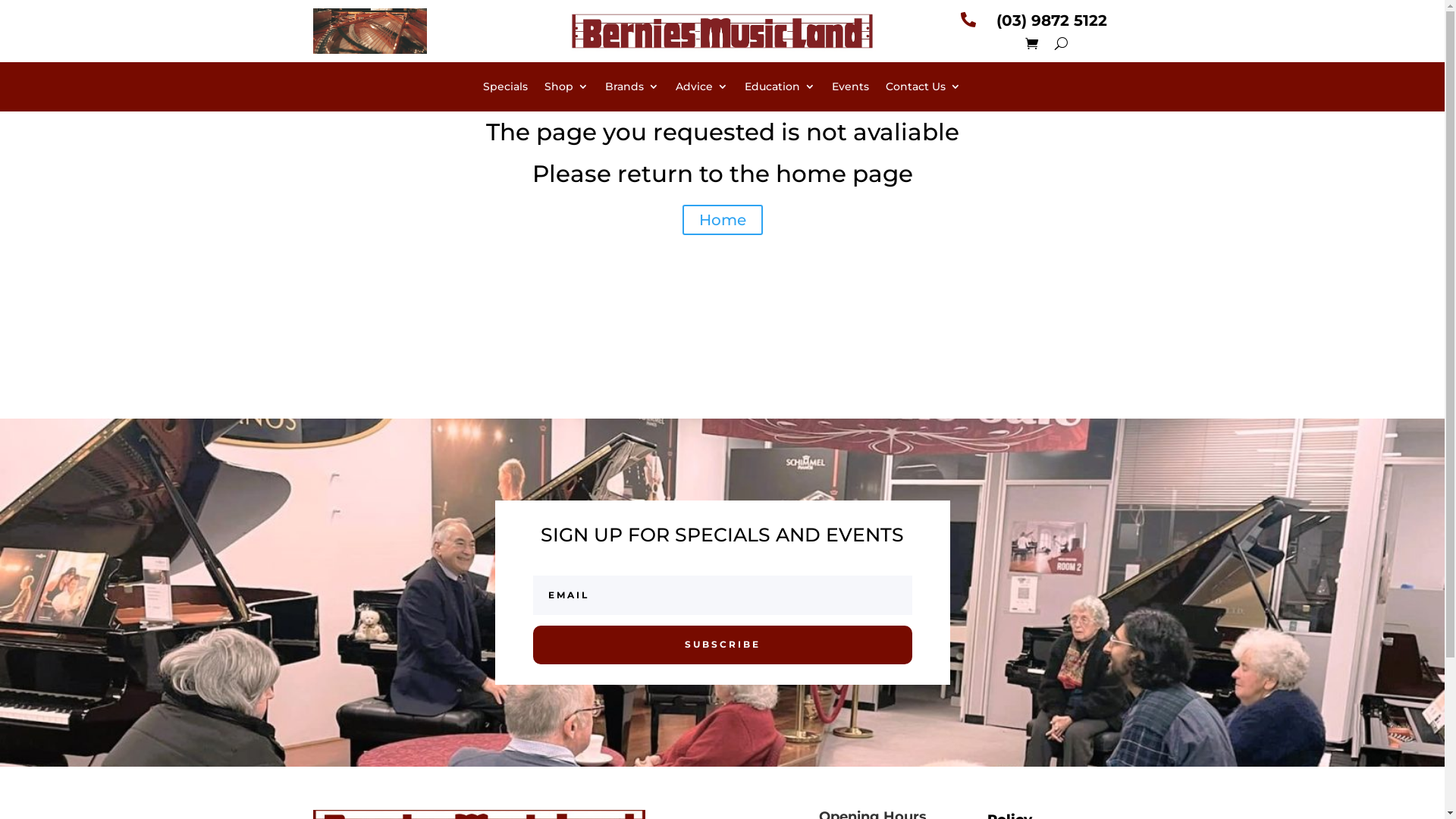 The image size is (1456, 819). Describe the element at coordinates (745, 89) in the screenshot. I see `'Education'` at that location.